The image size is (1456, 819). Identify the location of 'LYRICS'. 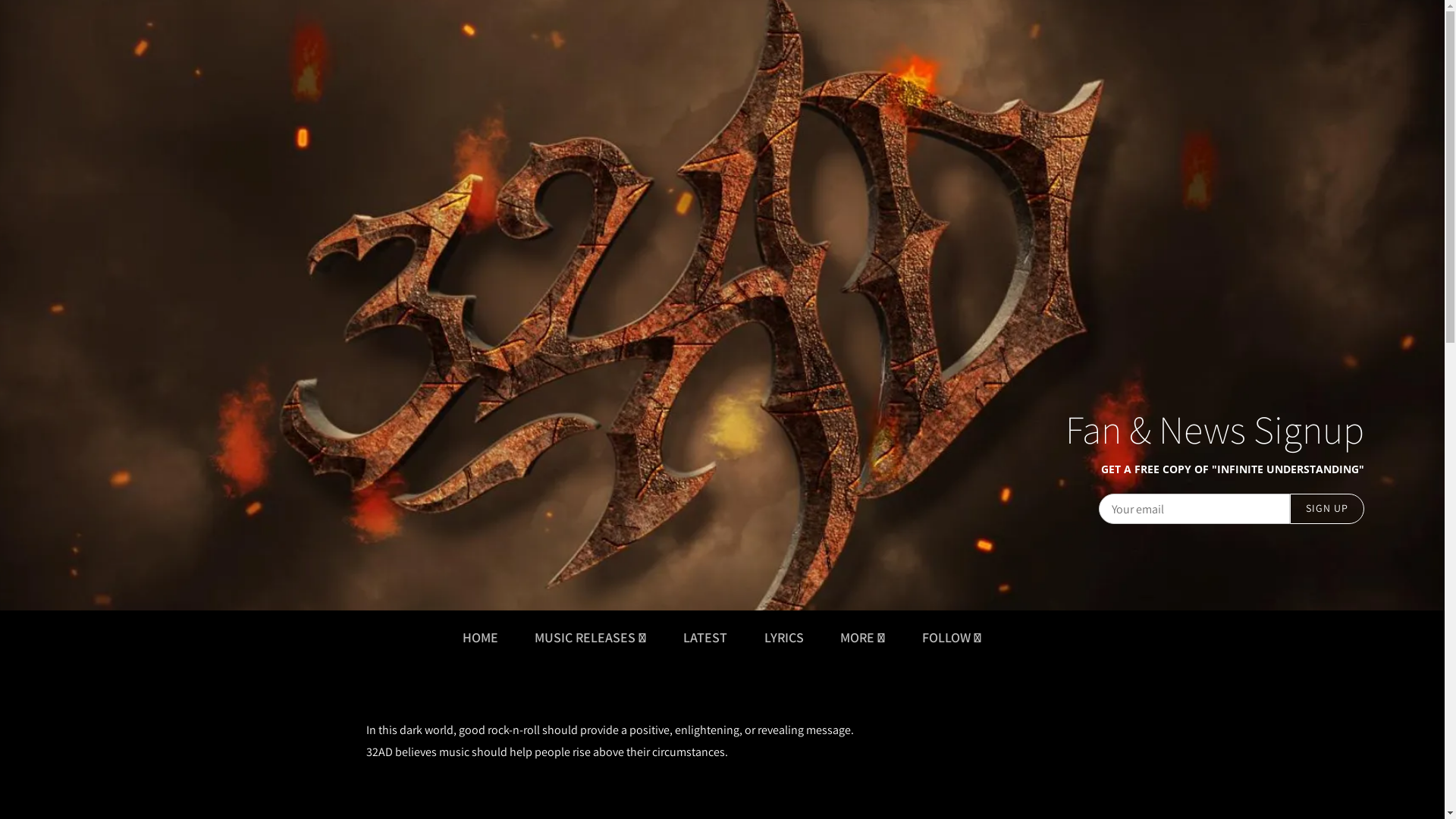
(783, 637).